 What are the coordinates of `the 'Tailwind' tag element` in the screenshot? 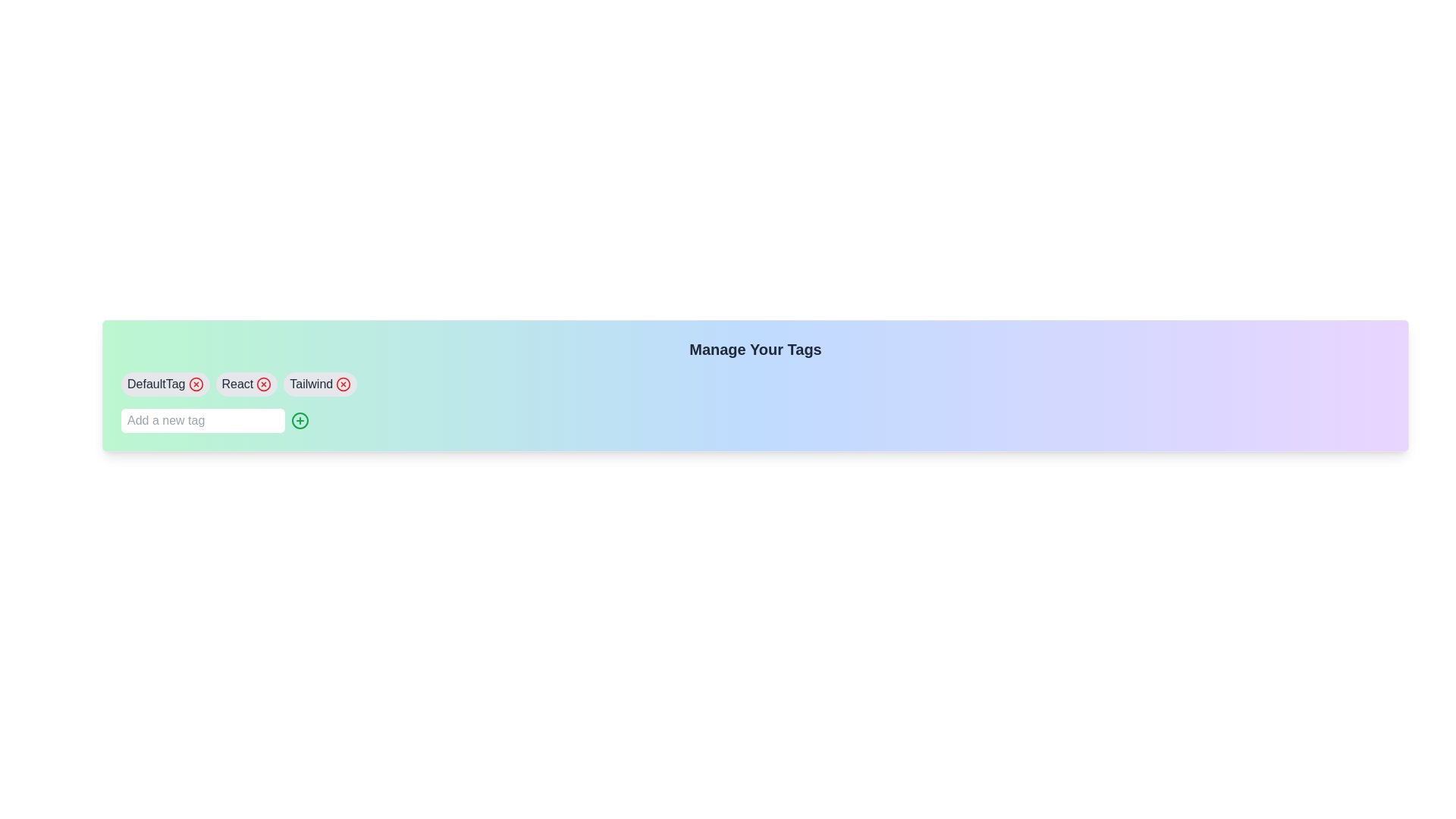 It's located at (319, 383).